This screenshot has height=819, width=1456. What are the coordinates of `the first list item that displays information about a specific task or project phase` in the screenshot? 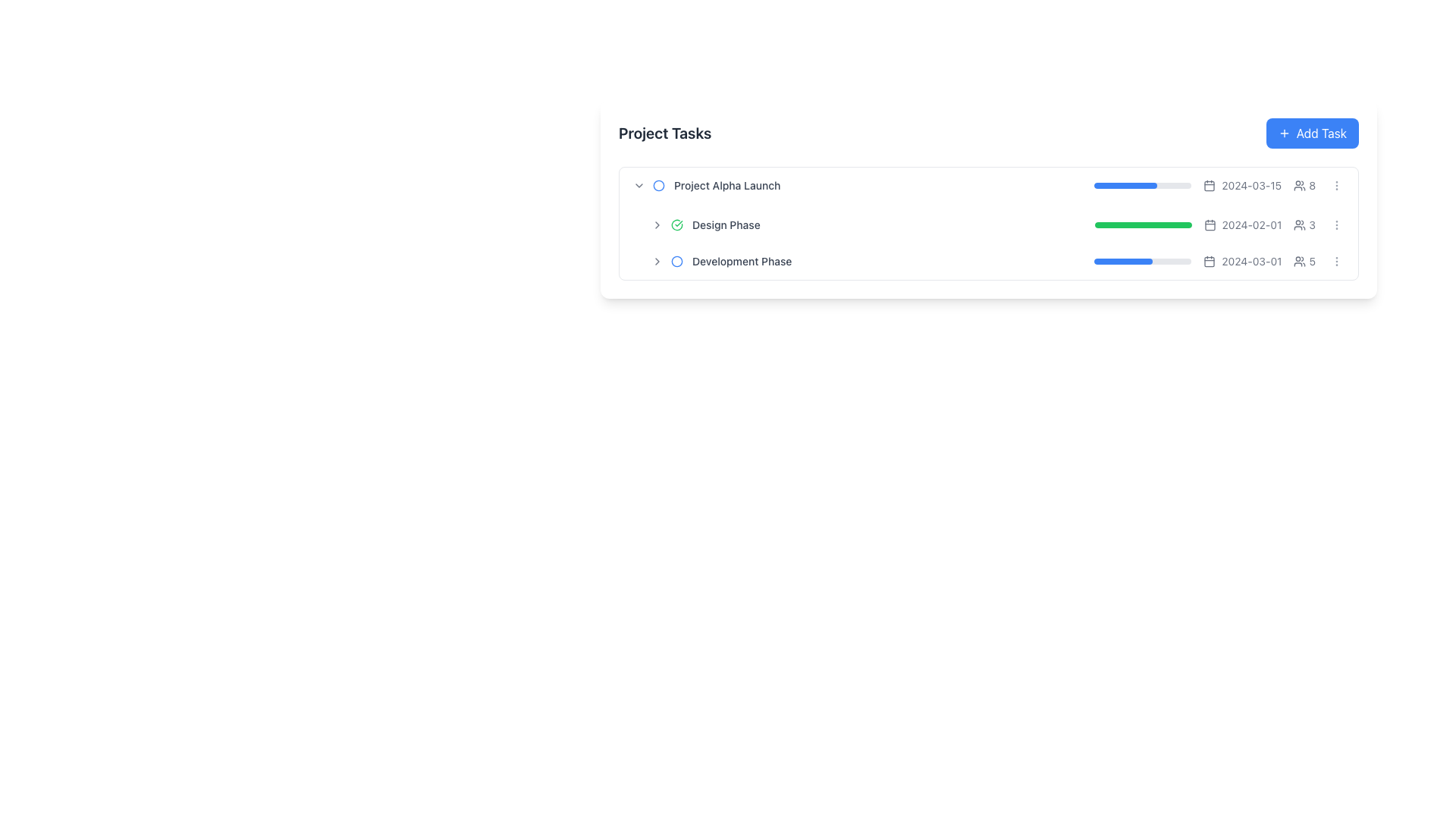 It's located at (989, 185).